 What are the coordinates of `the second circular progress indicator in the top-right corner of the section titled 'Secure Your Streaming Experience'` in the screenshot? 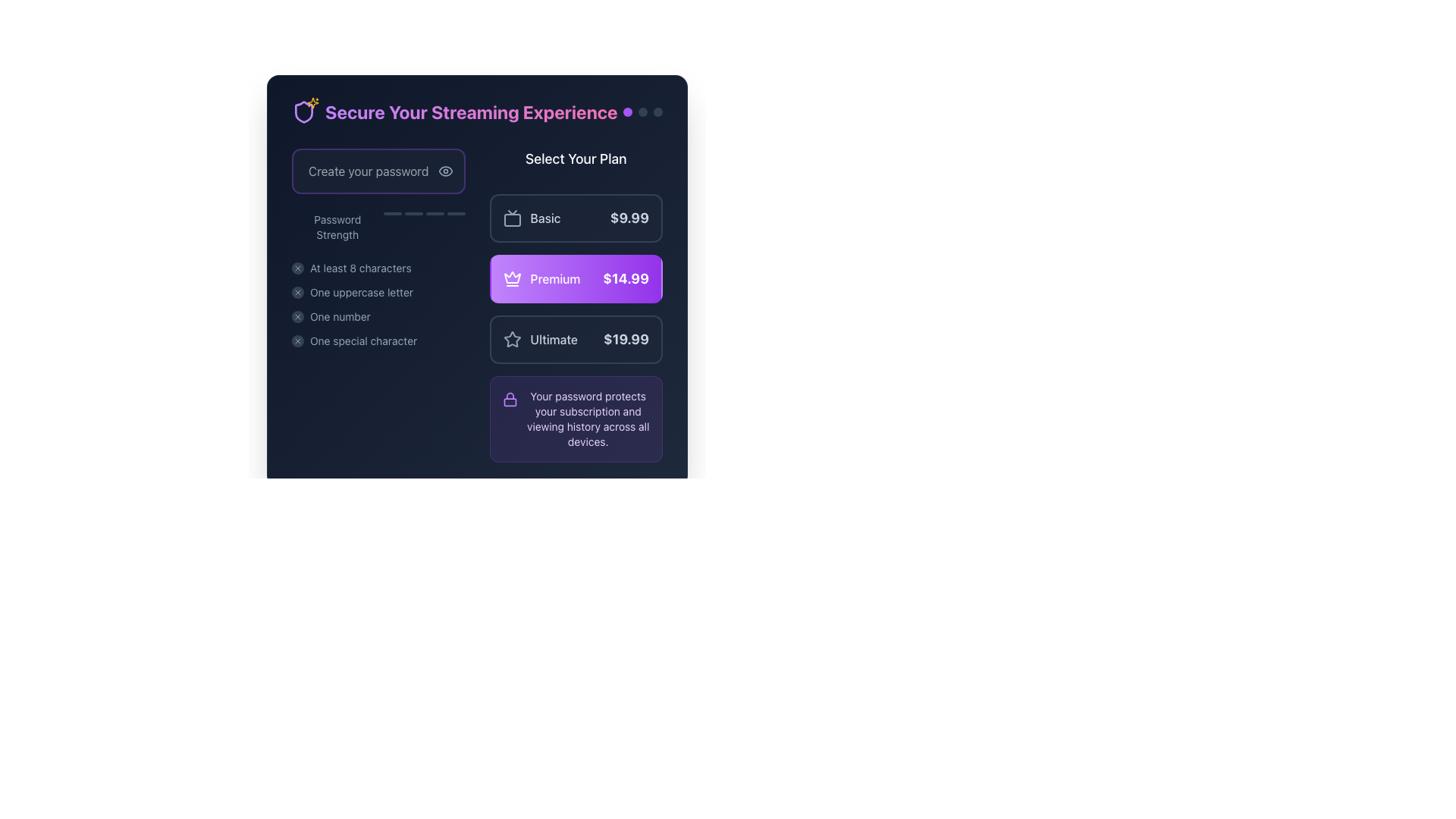 It's located at (643, 111).